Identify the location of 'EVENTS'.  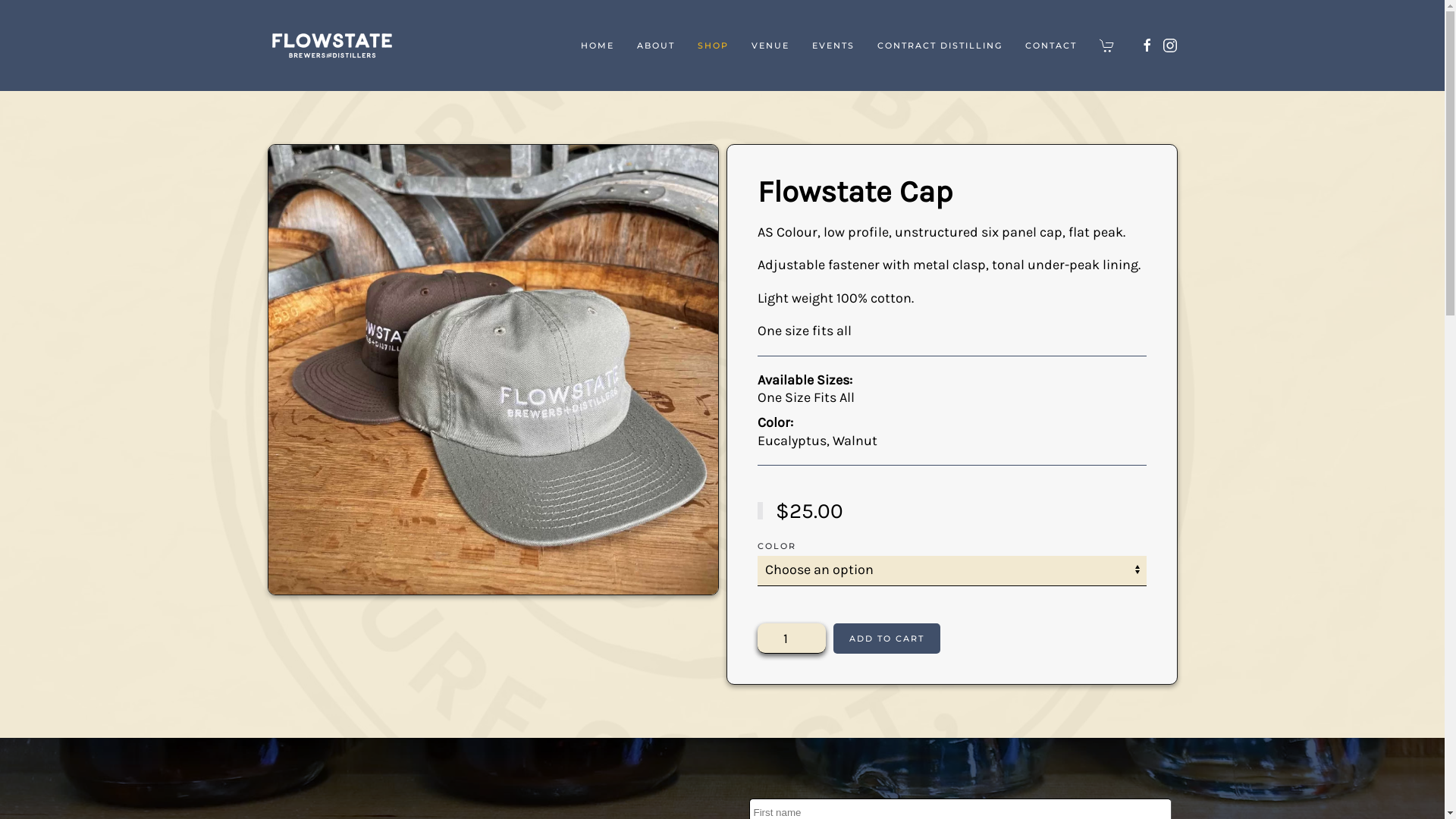
(833, 45).